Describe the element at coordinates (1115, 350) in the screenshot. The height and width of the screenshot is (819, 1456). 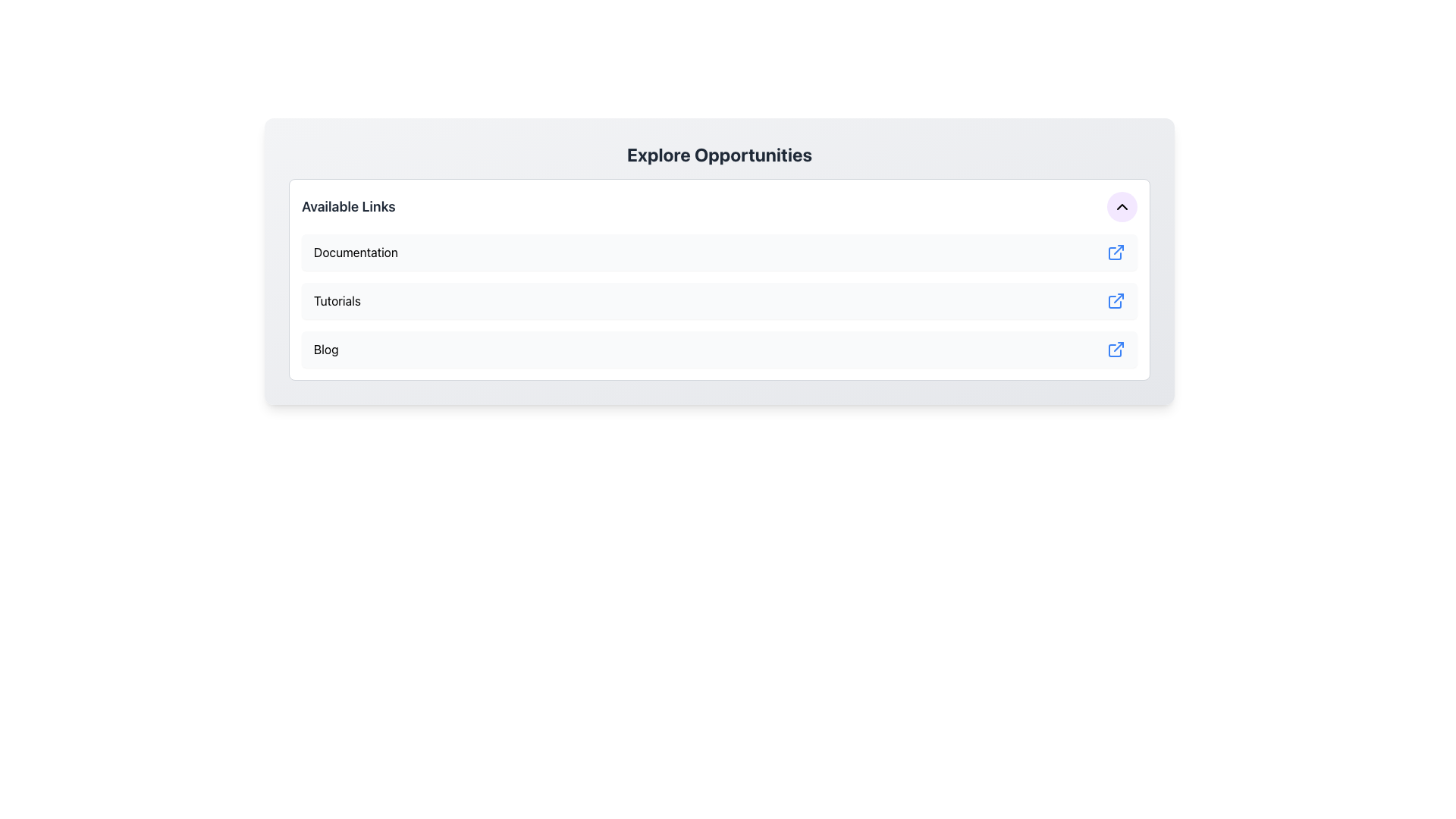
I see `the external navigation icon located to the far-right of the 'Blog' label in the 'Available Links' list` at that location.